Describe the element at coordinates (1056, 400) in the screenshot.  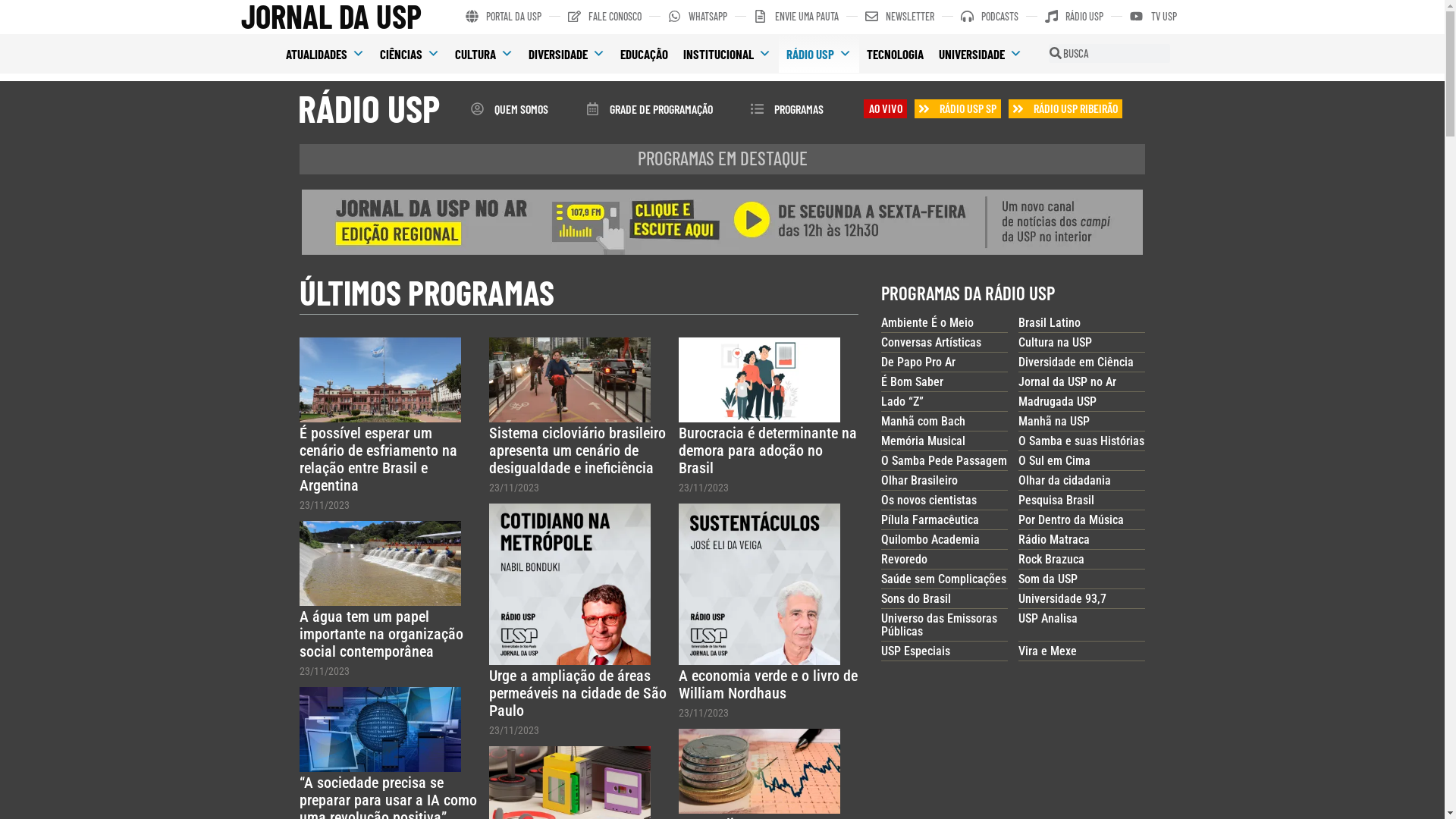
I see `'Madrugada USP'` at that location.